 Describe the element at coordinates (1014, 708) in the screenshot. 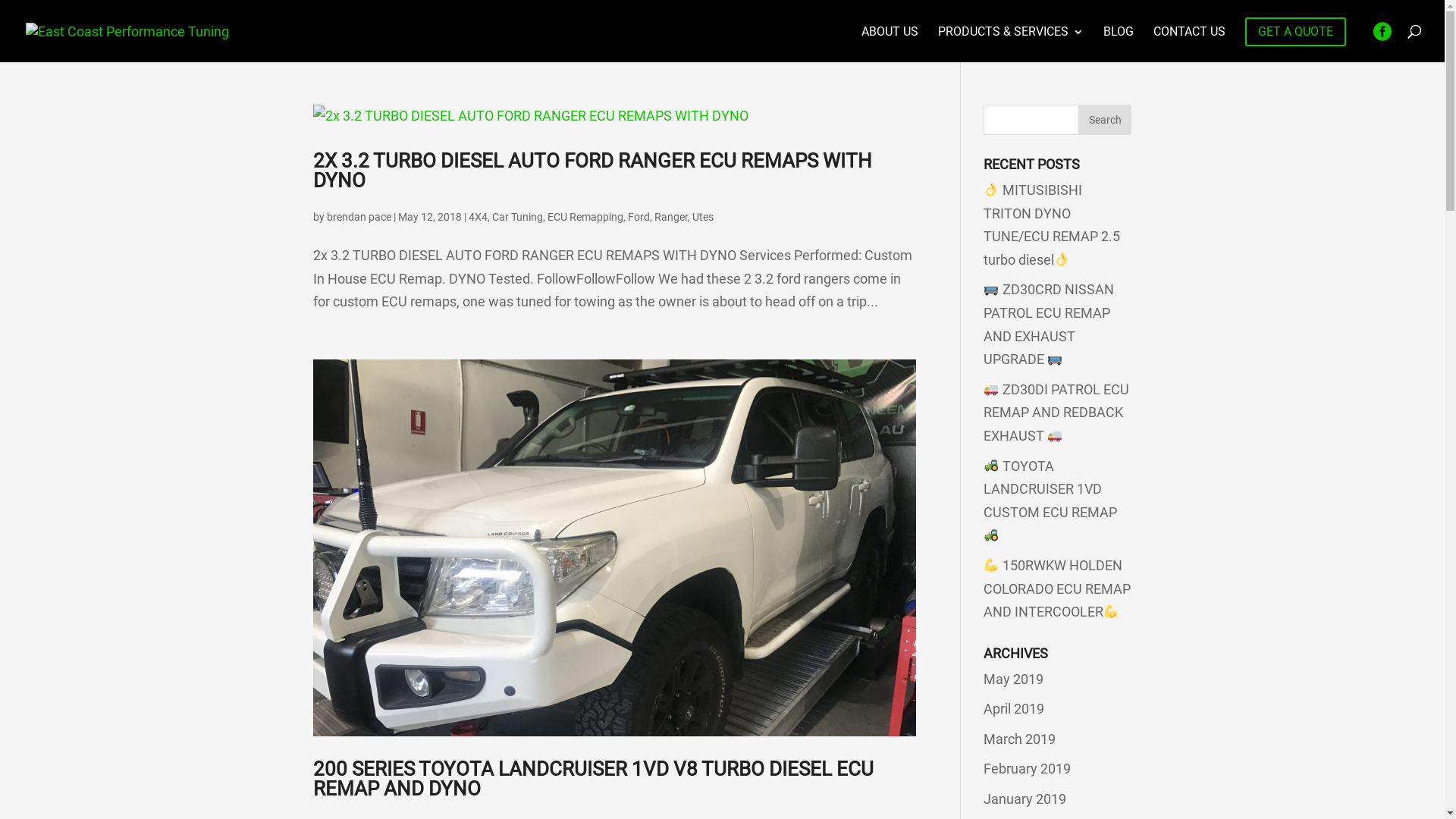

I see `'April 2019'` at that location.